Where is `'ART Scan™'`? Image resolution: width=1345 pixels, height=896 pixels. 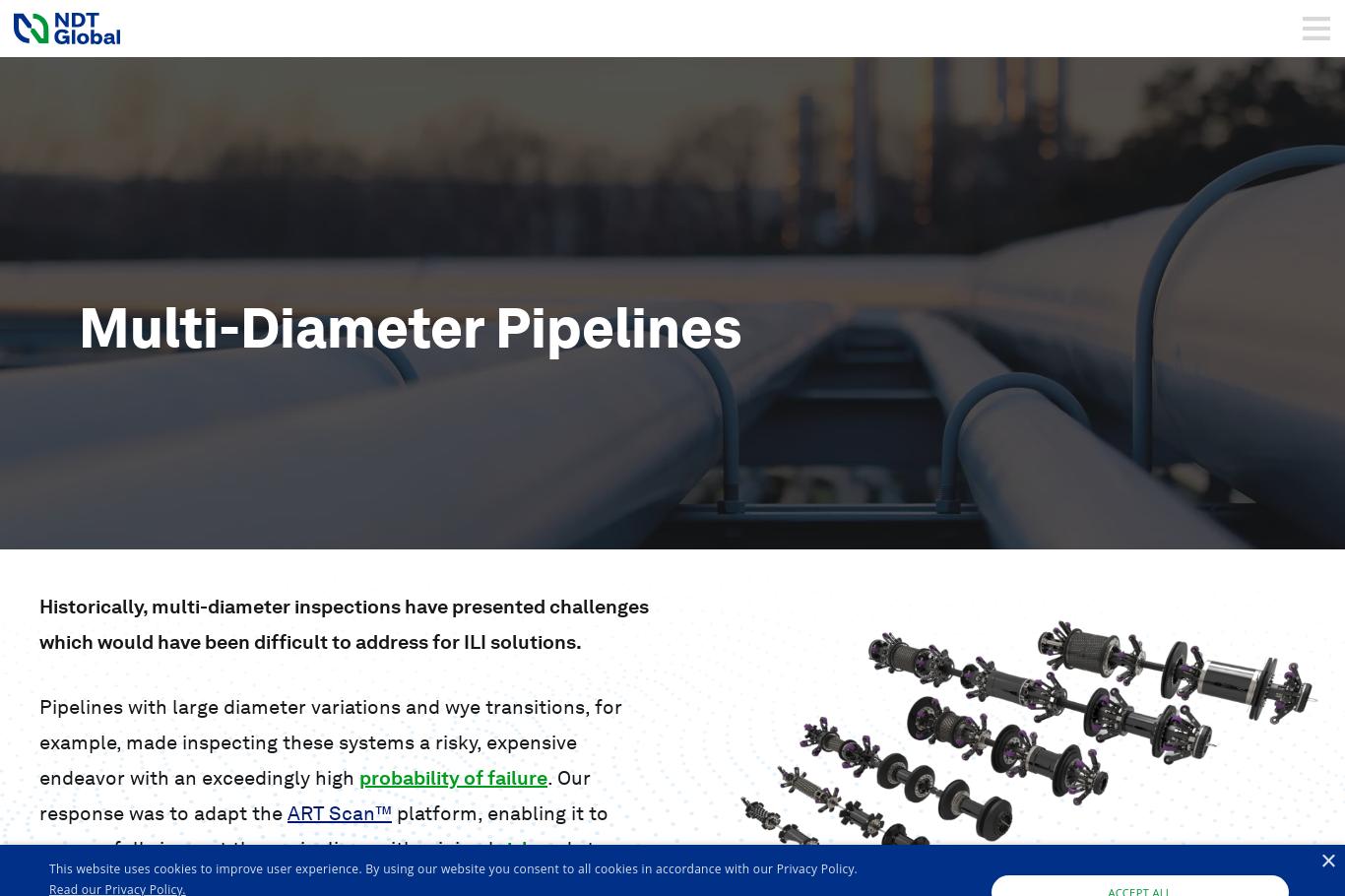
'ART Scan™' is located at coordinates (339, 813).